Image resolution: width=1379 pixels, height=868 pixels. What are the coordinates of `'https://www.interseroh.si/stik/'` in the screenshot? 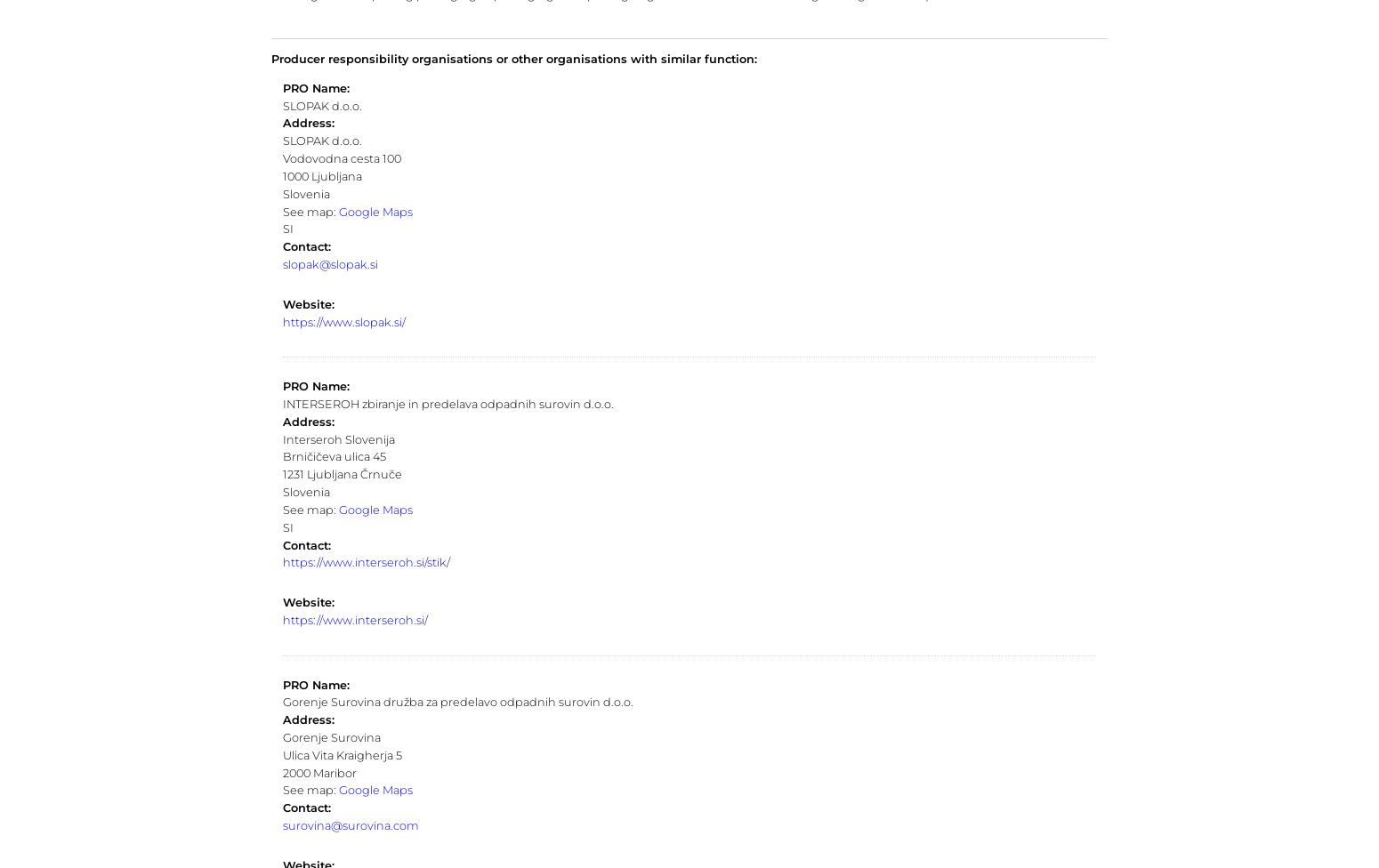 It's located at (366, 561).